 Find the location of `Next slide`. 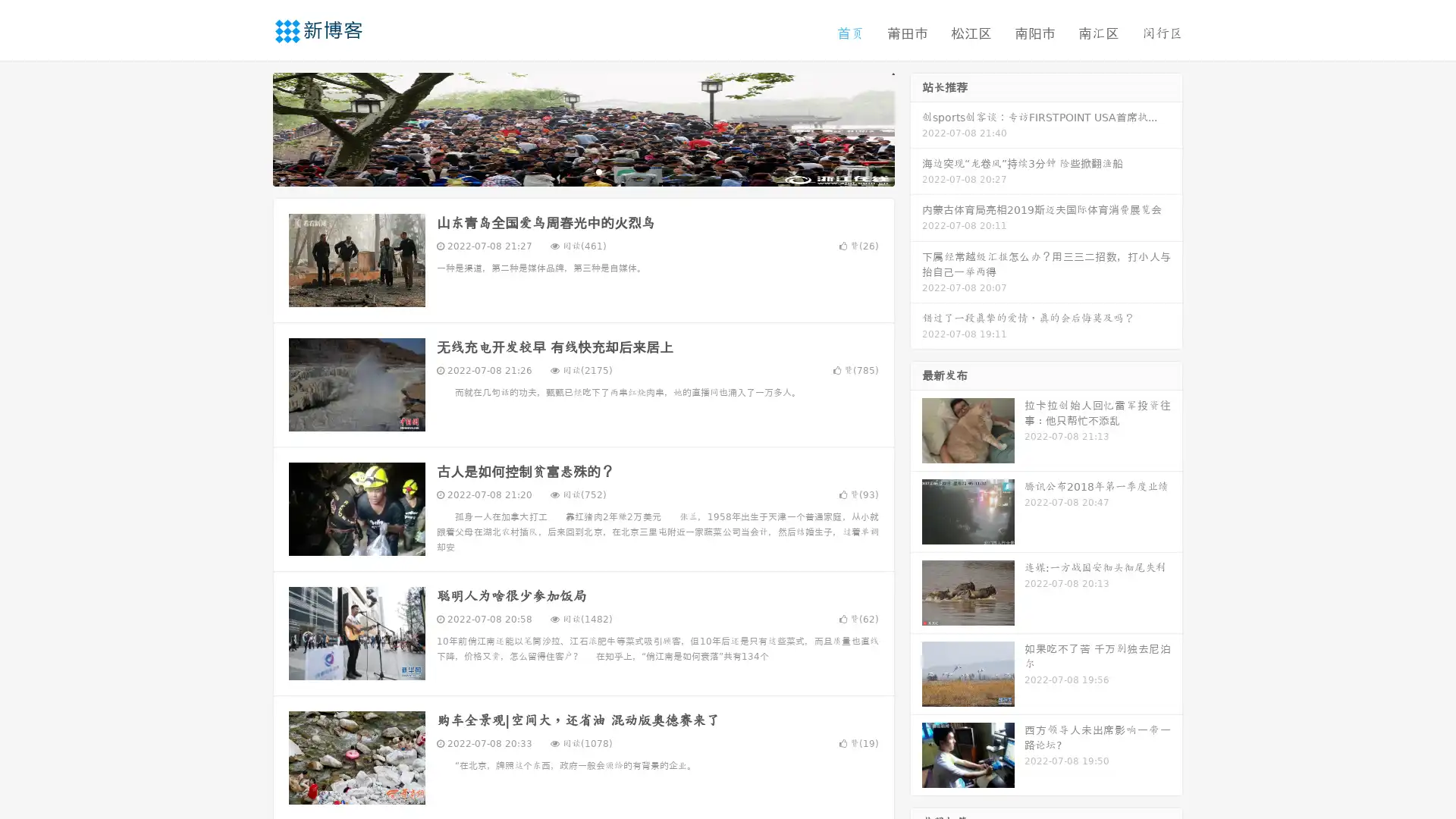

Next slide is located at coordinates (916, 127).